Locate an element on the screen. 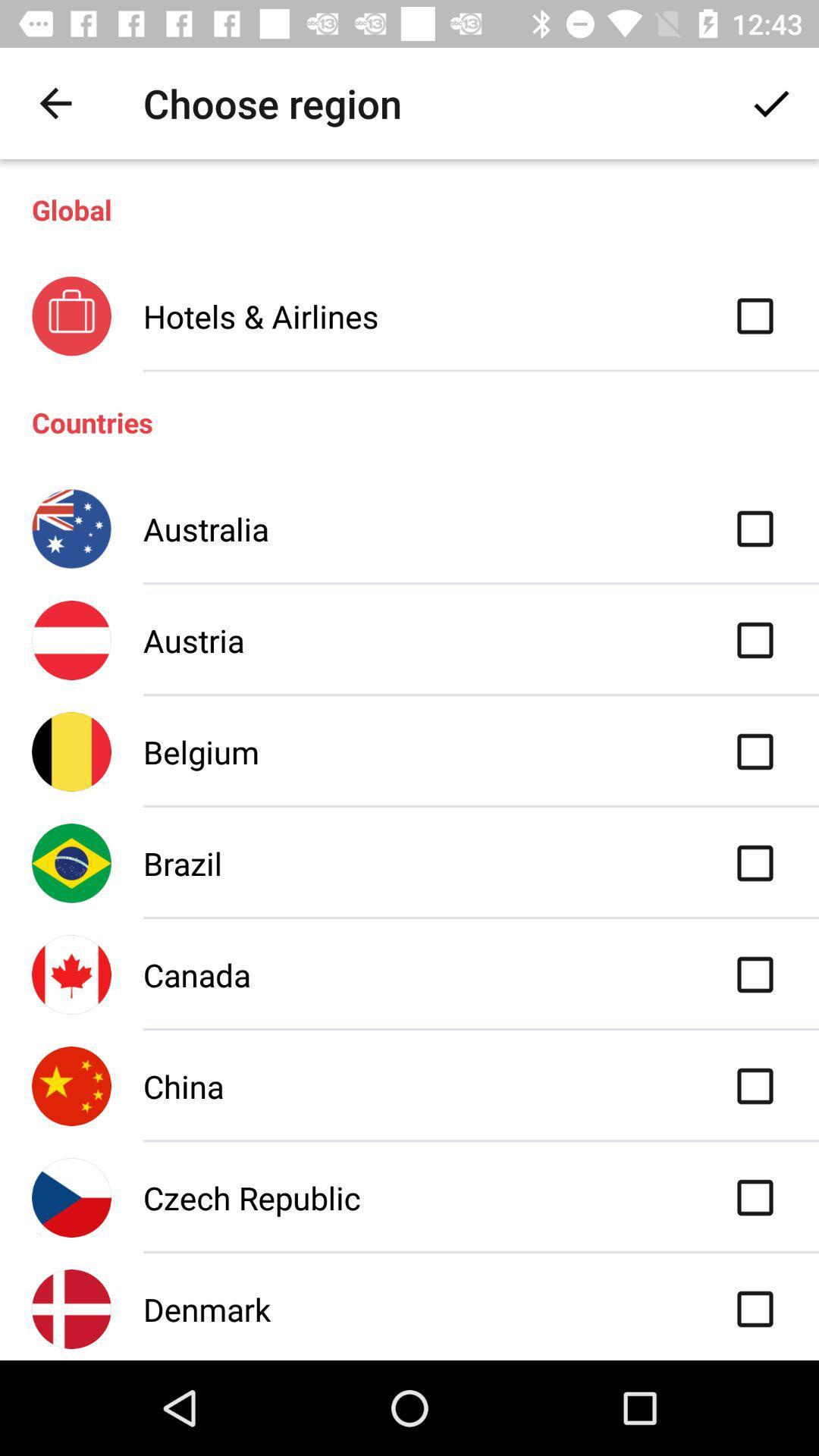 The height and width of the screenshot is (1456, 819). icon above the global icon is located at coordinates (771, 102).